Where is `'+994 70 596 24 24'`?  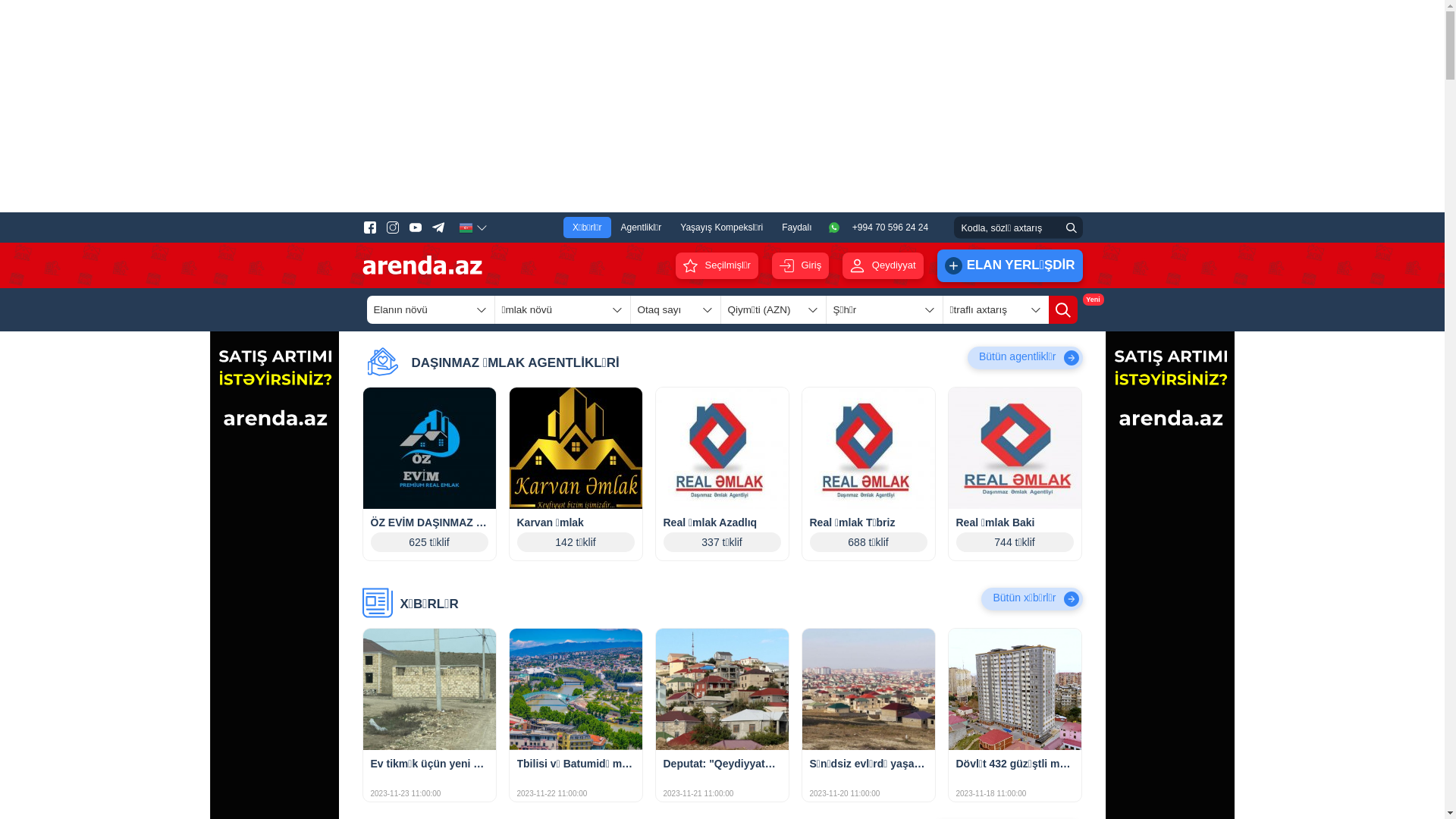
'+994 70 596 24 24' is located at coordinates (827, 227).